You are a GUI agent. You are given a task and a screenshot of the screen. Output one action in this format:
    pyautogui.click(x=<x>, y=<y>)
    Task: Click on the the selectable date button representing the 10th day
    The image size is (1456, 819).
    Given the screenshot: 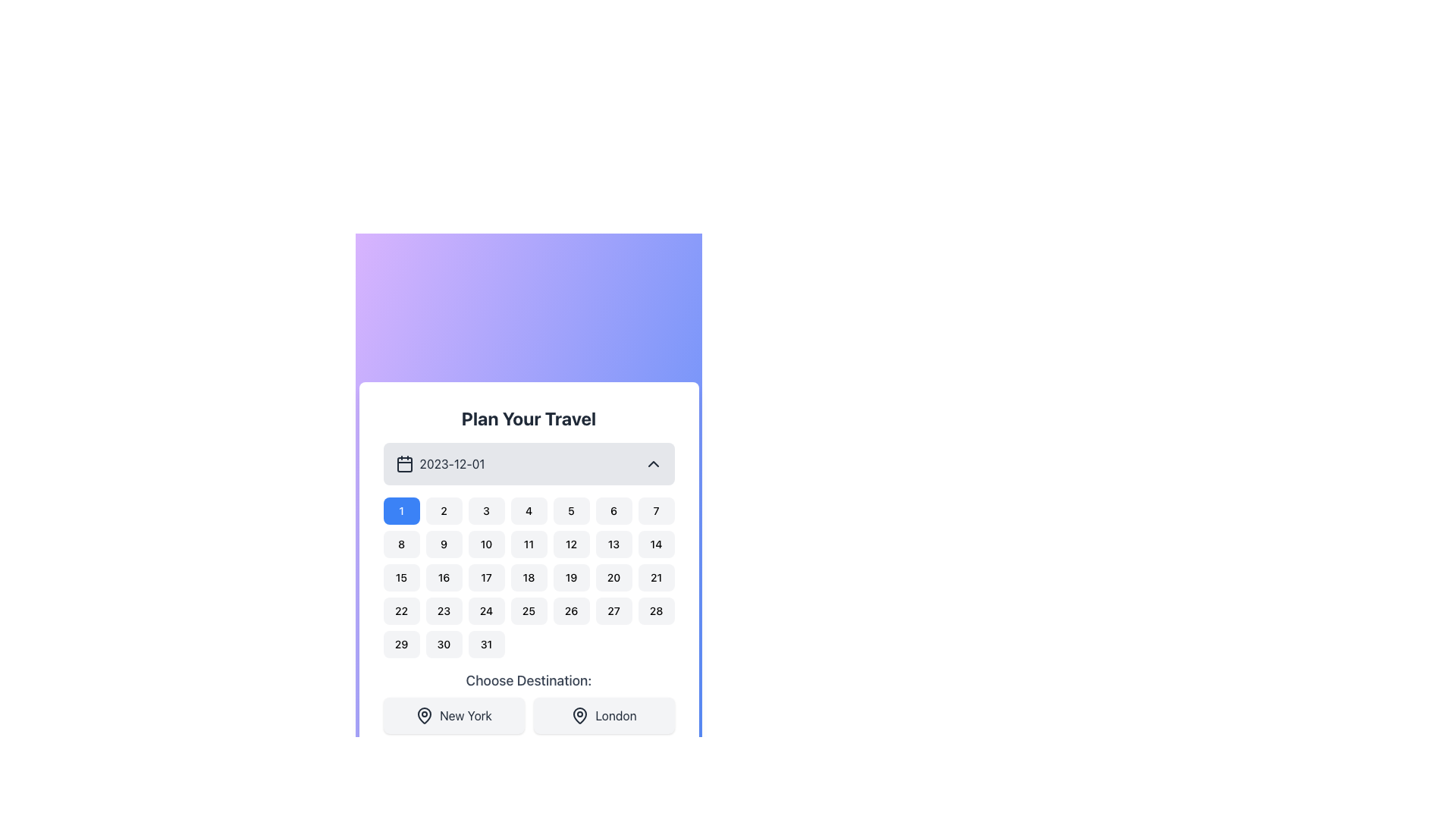 What is the action you would take?
    pyautogui.click(x=486, y=543)
    